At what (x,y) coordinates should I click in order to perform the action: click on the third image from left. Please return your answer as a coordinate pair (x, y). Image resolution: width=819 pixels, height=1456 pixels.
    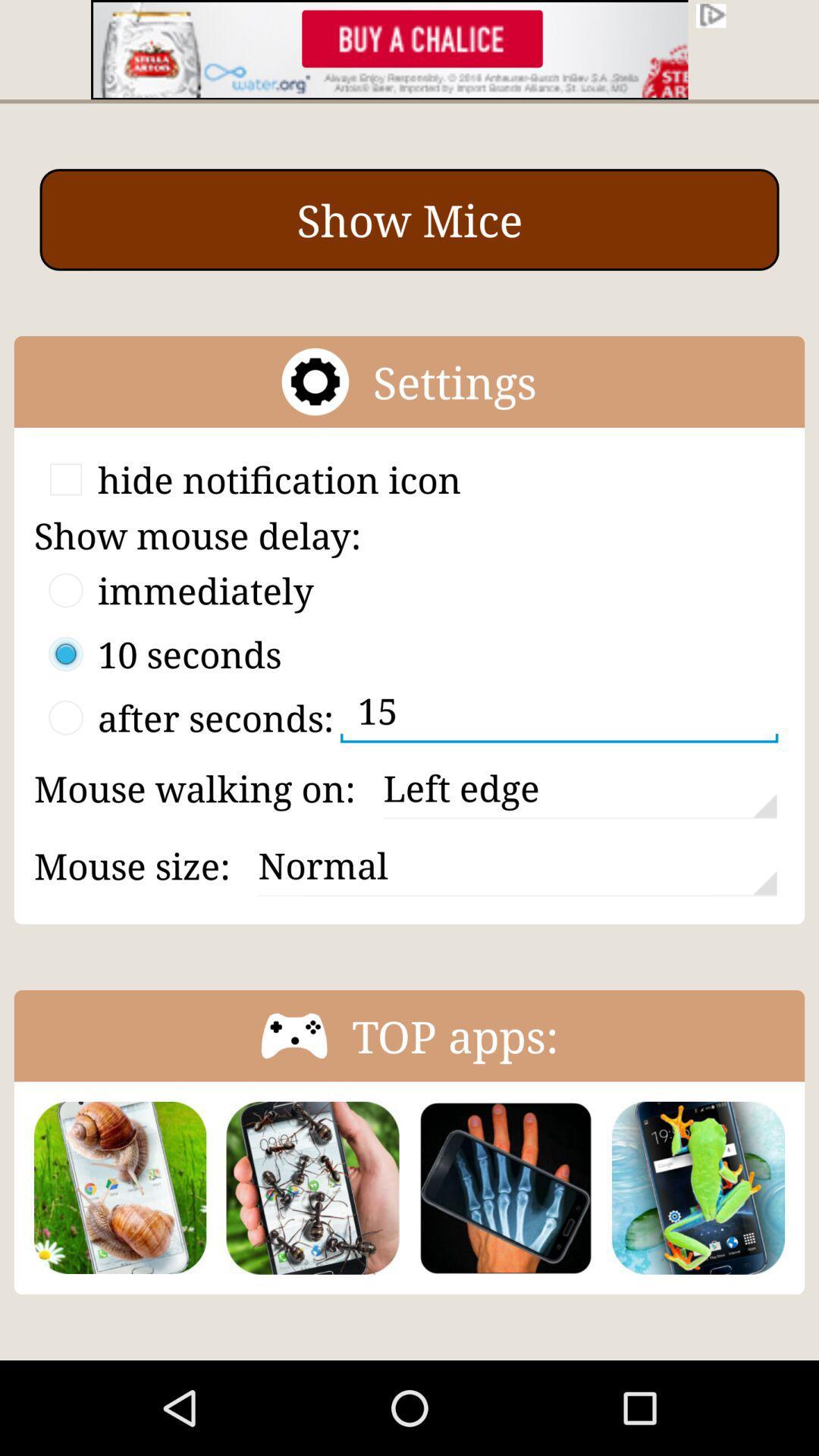
    Looking at the image, I should click on (506, 1187).